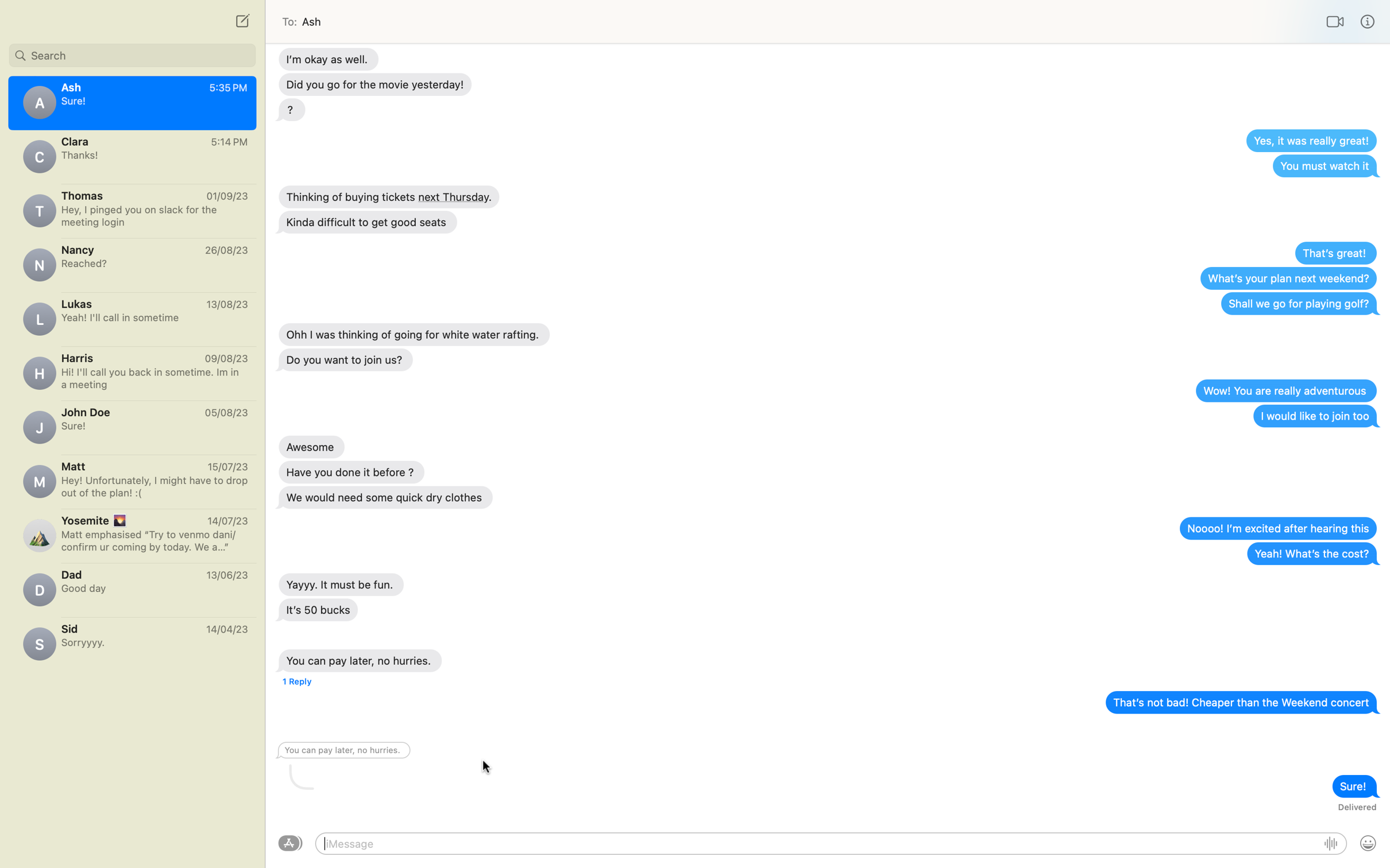 The height and width of the screenshot is (868, 1390). I want to click on chat with contact John using search feature, so click(132, 53).